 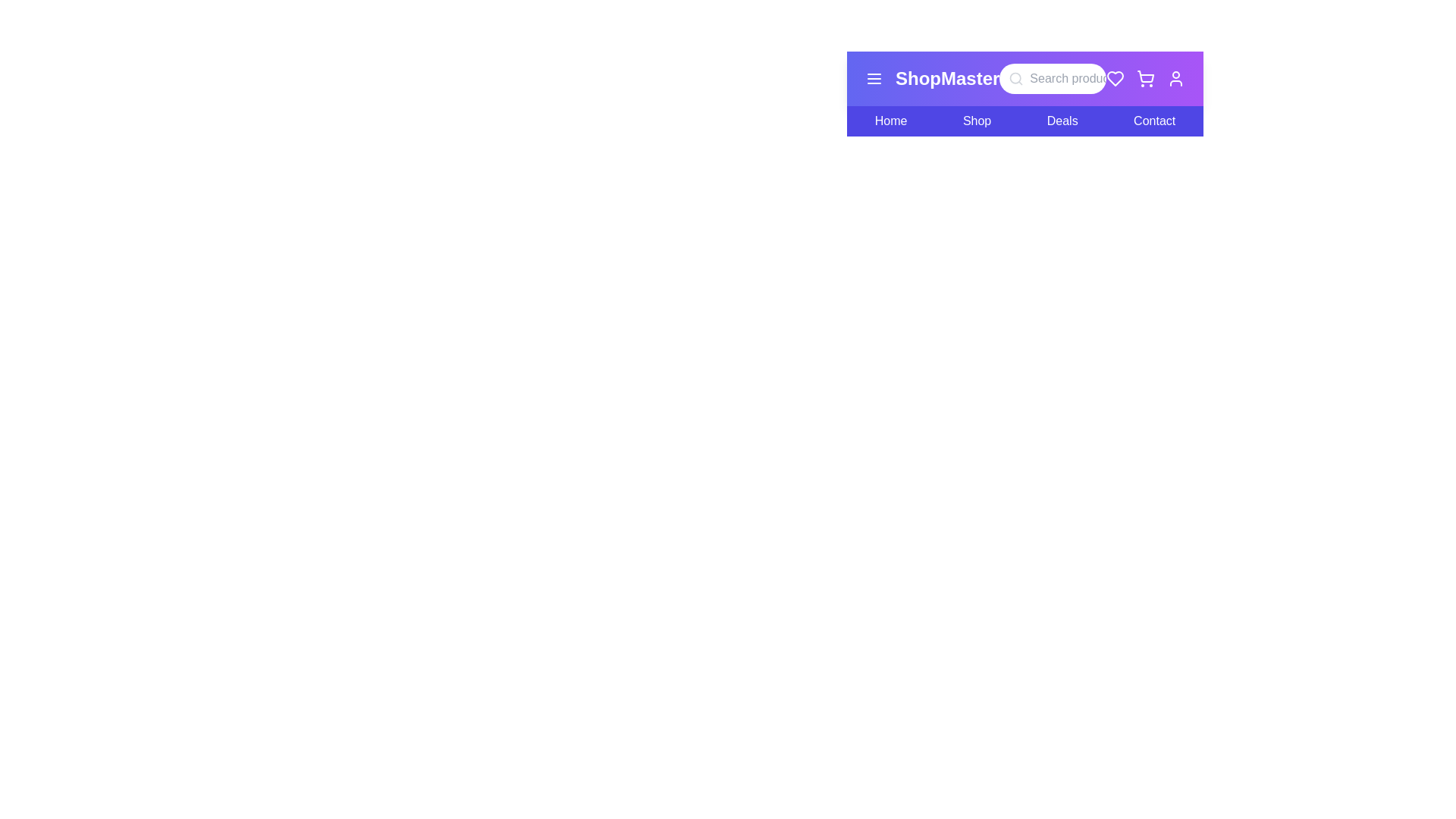 I want to click on the Deals menu item in the navigation bar, so click(x=1062, y=120).